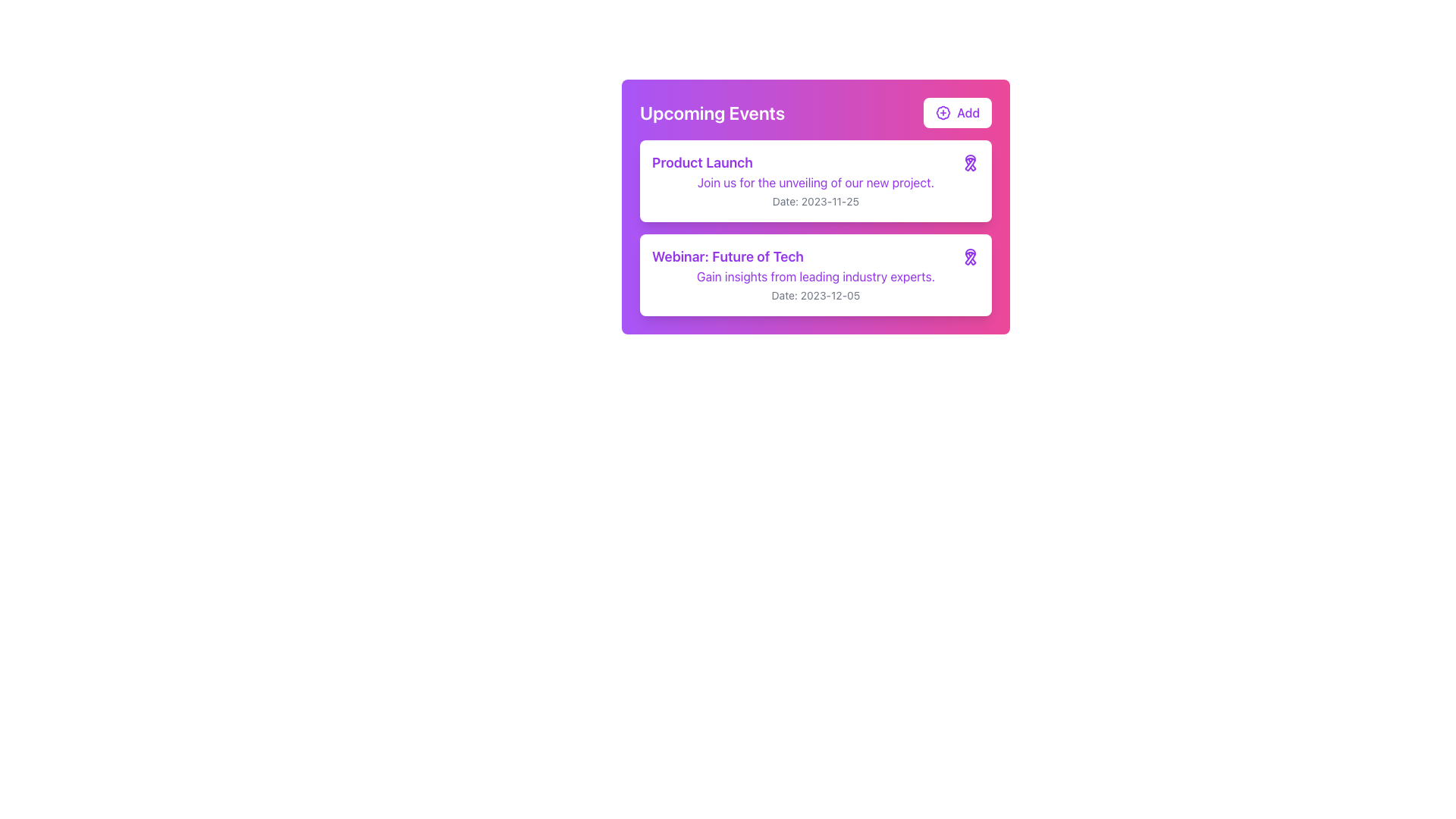  I want to click on the Decorative Icon located to the far-right of the 'Product Launch' section, so click(971, 163).